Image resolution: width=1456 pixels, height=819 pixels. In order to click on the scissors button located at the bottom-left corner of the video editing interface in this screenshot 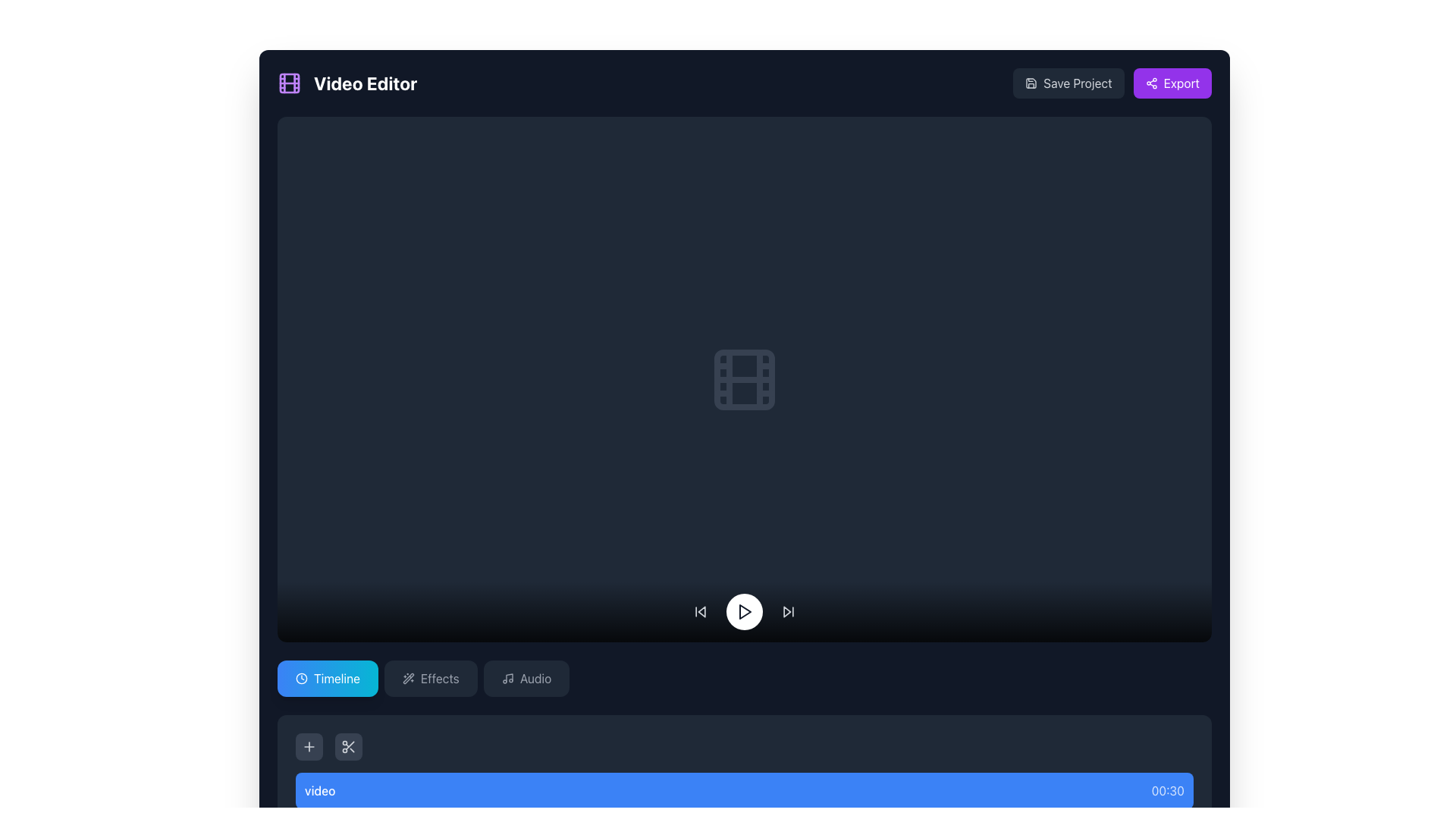, I will do `click(348, 745)`.